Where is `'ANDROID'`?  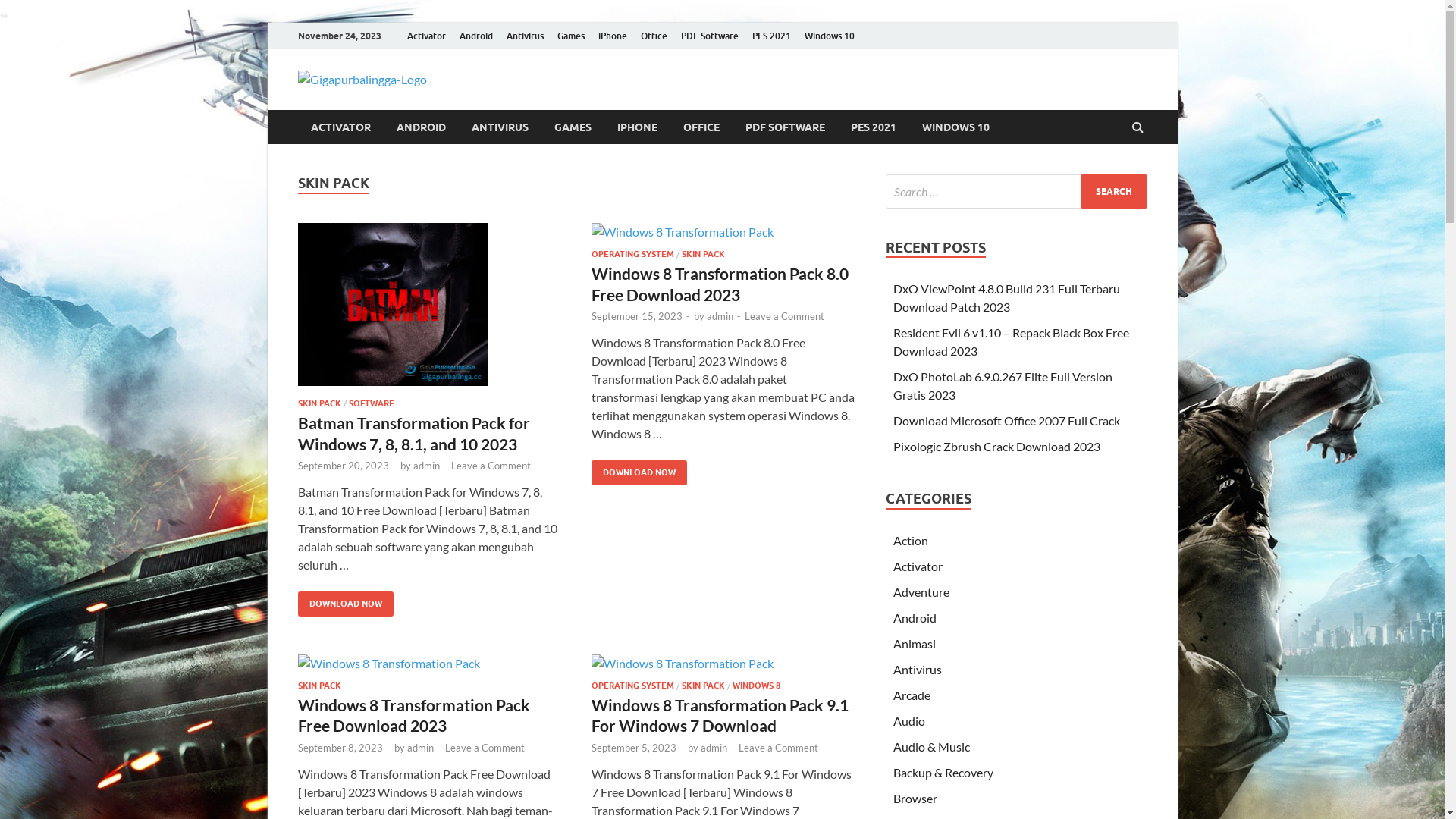
'ANDROID' is located at coordinates (421, 126).